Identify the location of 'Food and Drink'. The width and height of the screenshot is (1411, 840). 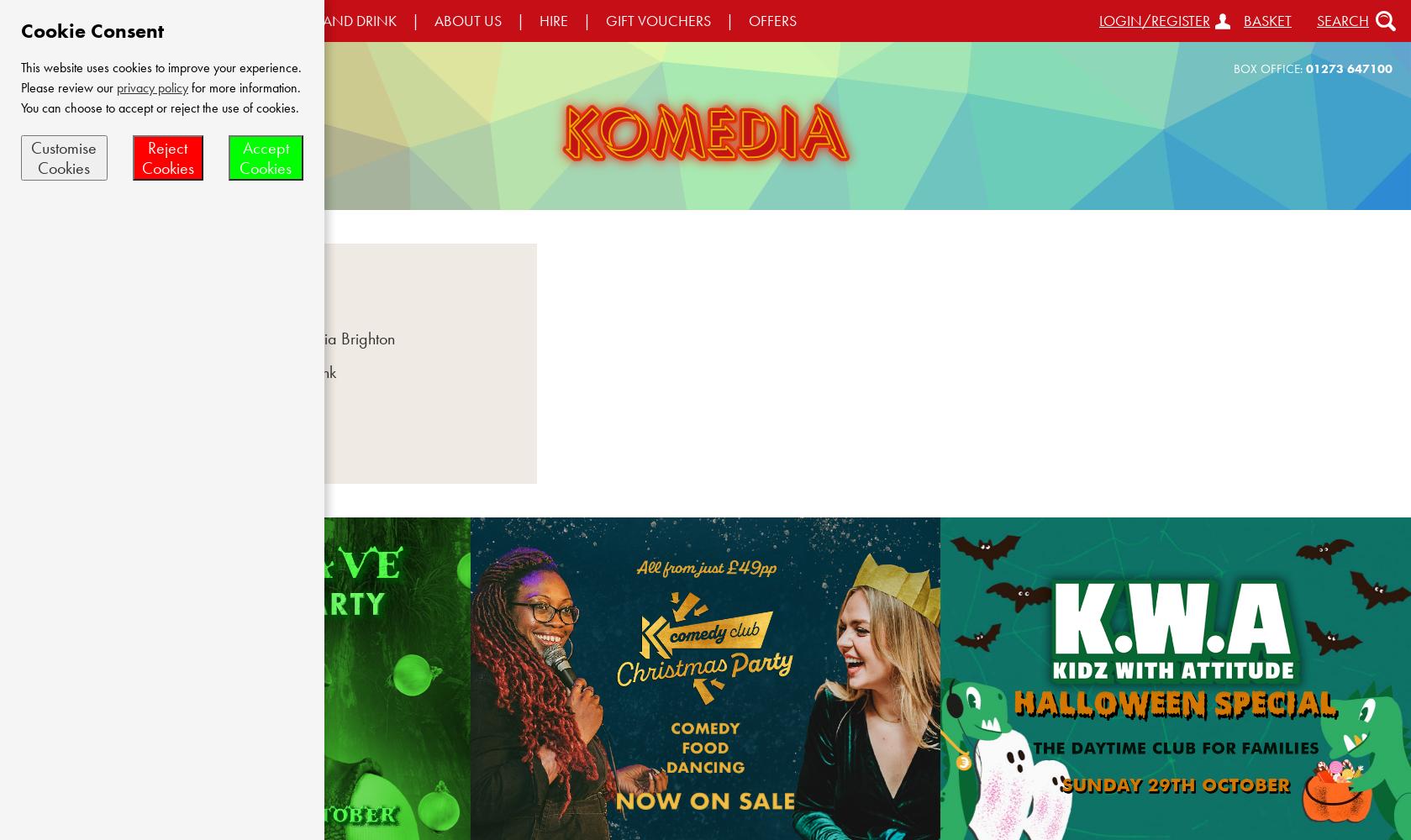
(284, 371).